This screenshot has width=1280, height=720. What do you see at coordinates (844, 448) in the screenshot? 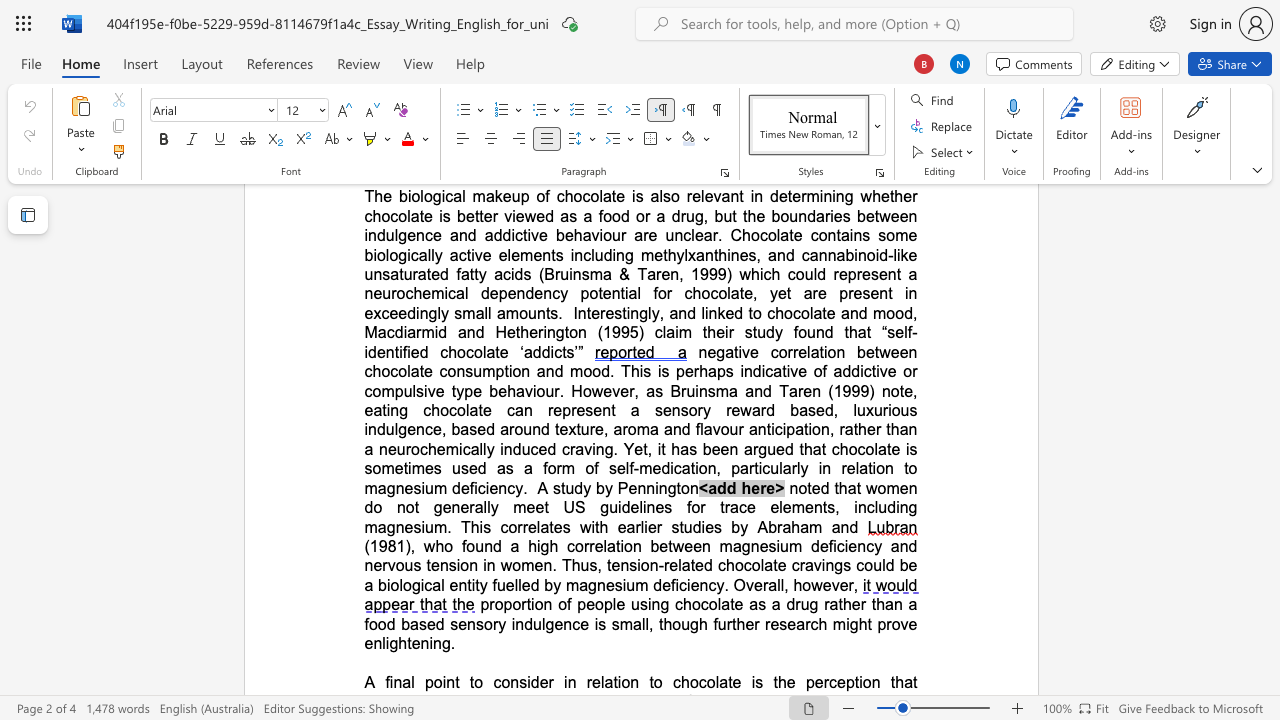
I see `the 6th character "h" in the text` at bounding box center [844, 448].